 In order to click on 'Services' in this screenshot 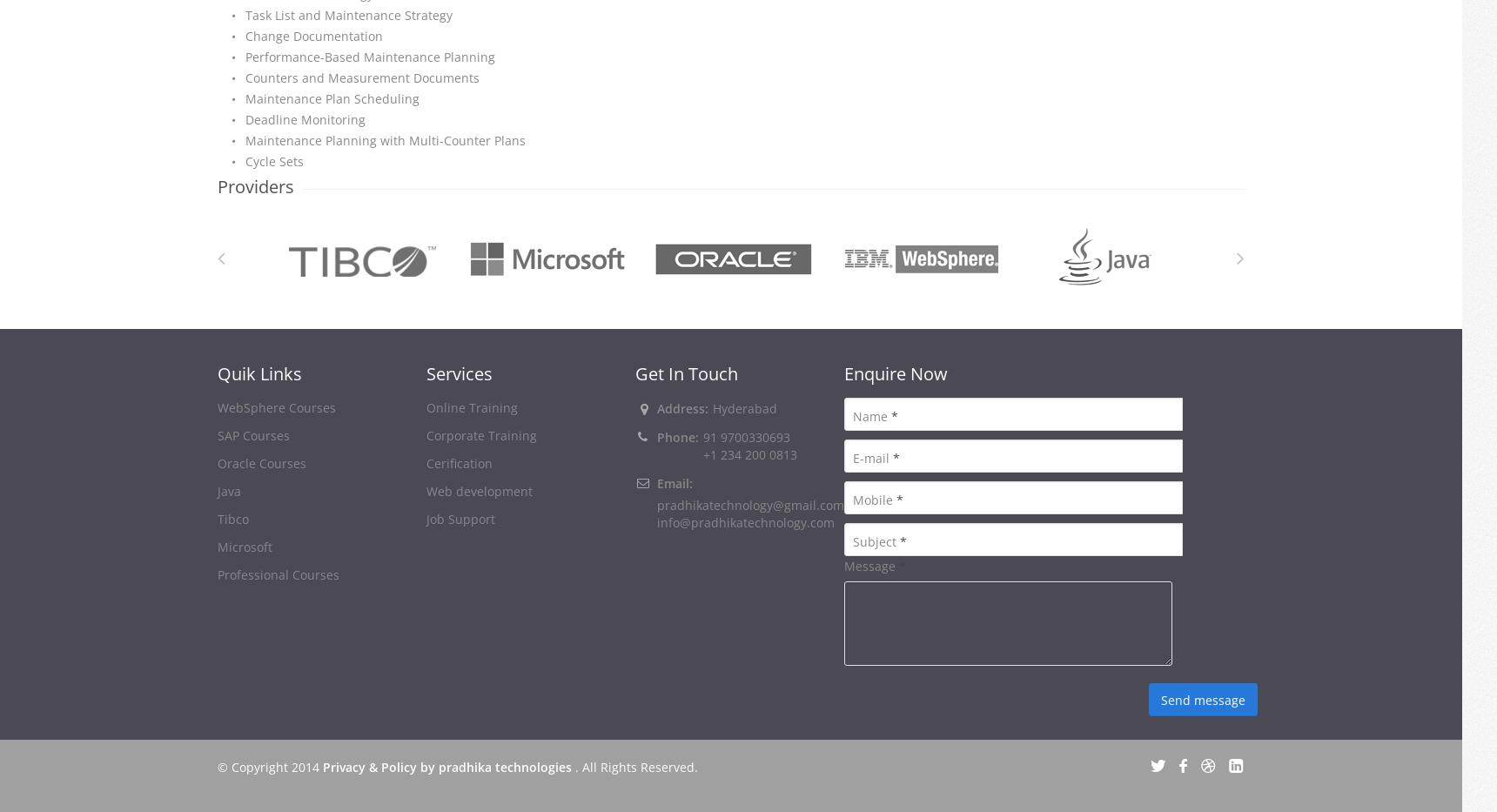, I will do `click(460, 372)`.